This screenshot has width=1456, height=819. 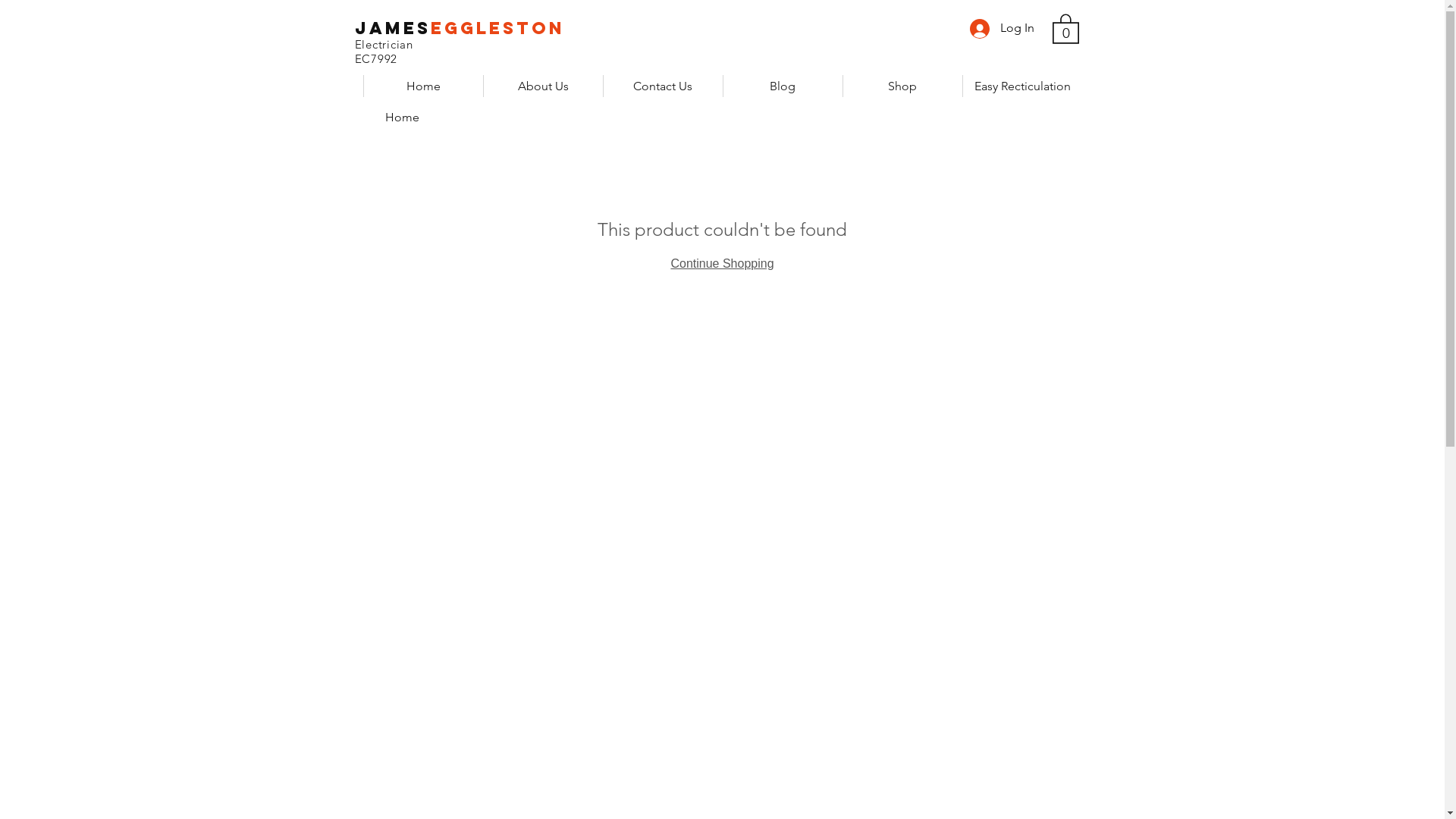 What do you see at coordinates (1065, 28) in the screenshot?
I see `'0'` at bounding box center [1065, 28].